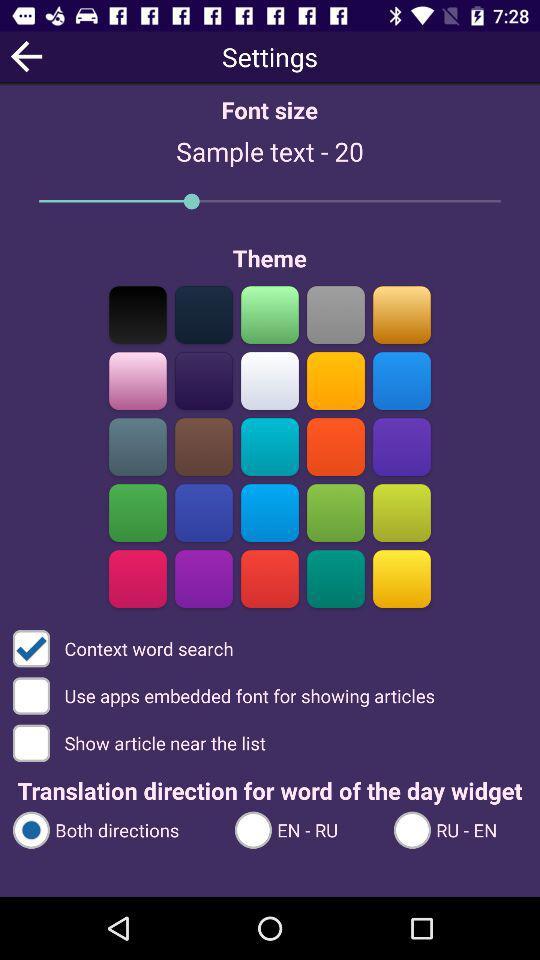 This screenshot has width=540, height=960. What do you see at coordinates (25, 55) in the screenshot?
I see `previous` at bounding box center [25, 55].